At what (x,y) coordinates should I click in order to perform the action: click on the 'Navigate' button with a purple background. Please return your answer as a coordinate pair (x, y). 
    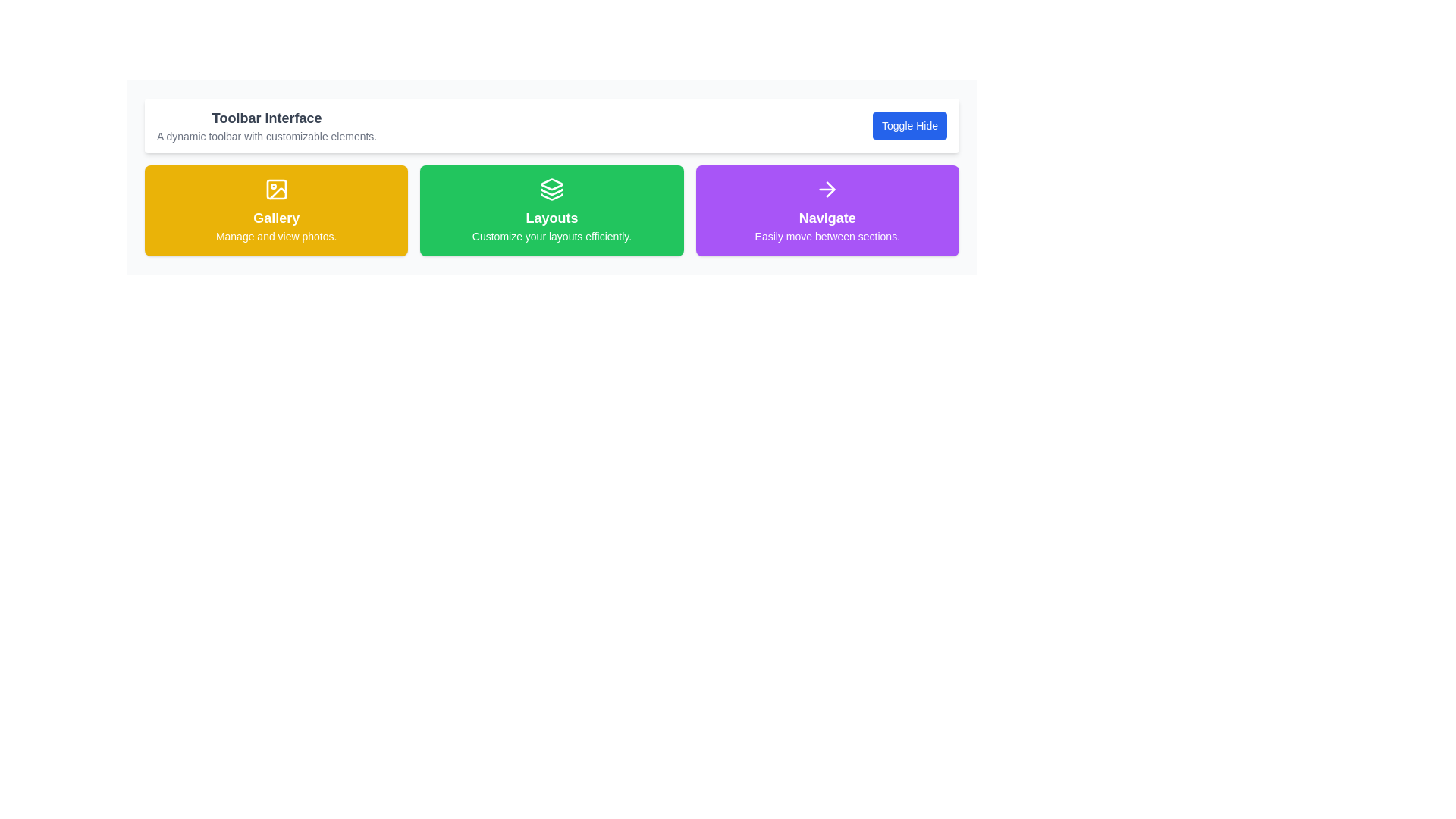
    Looking at the image, I should click on (827, 210).